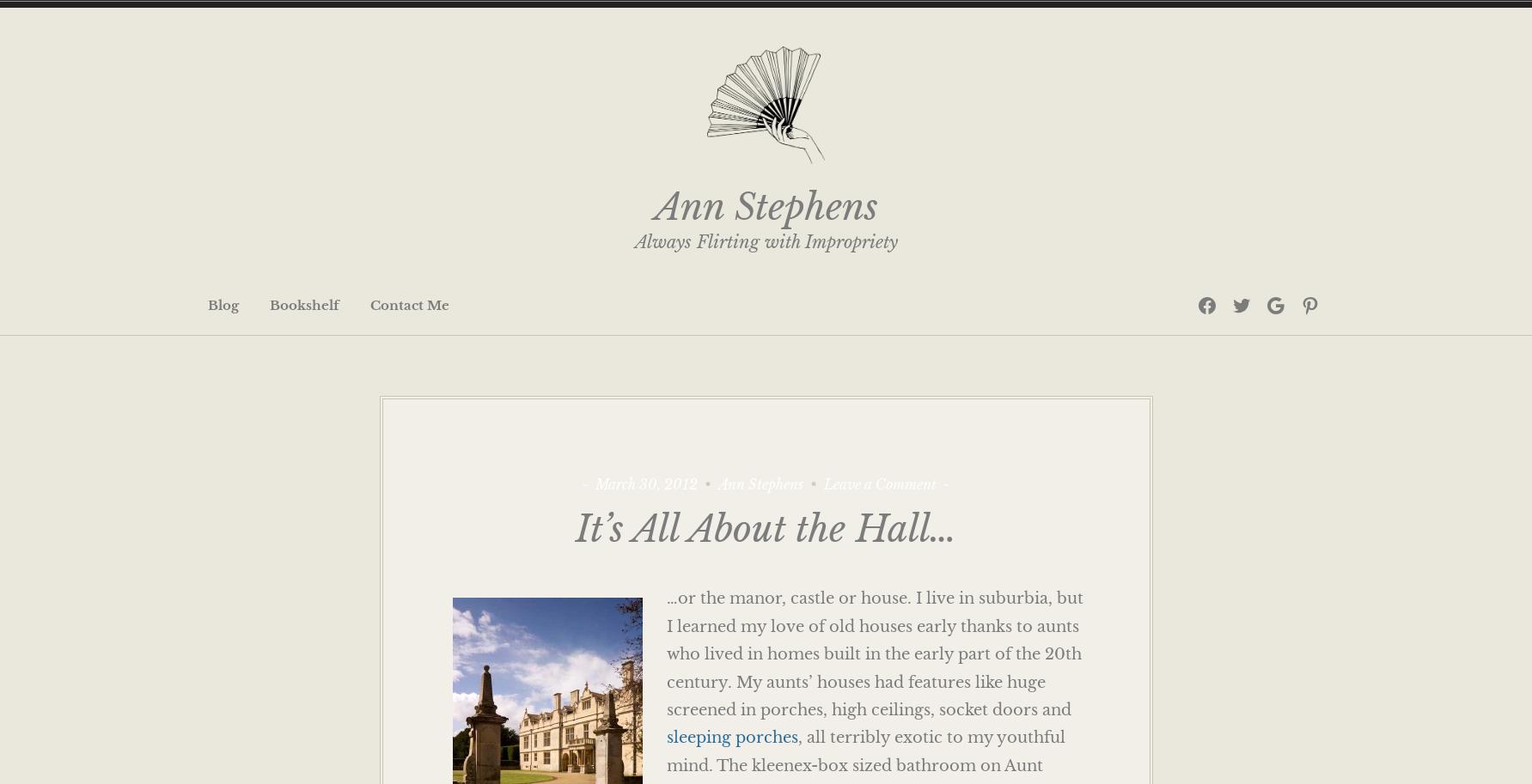 This screenshot has height=784, width=1532. Describe the element at coordinates (369, 305) in the screenshot. I see `'Contact Me'` at that location.